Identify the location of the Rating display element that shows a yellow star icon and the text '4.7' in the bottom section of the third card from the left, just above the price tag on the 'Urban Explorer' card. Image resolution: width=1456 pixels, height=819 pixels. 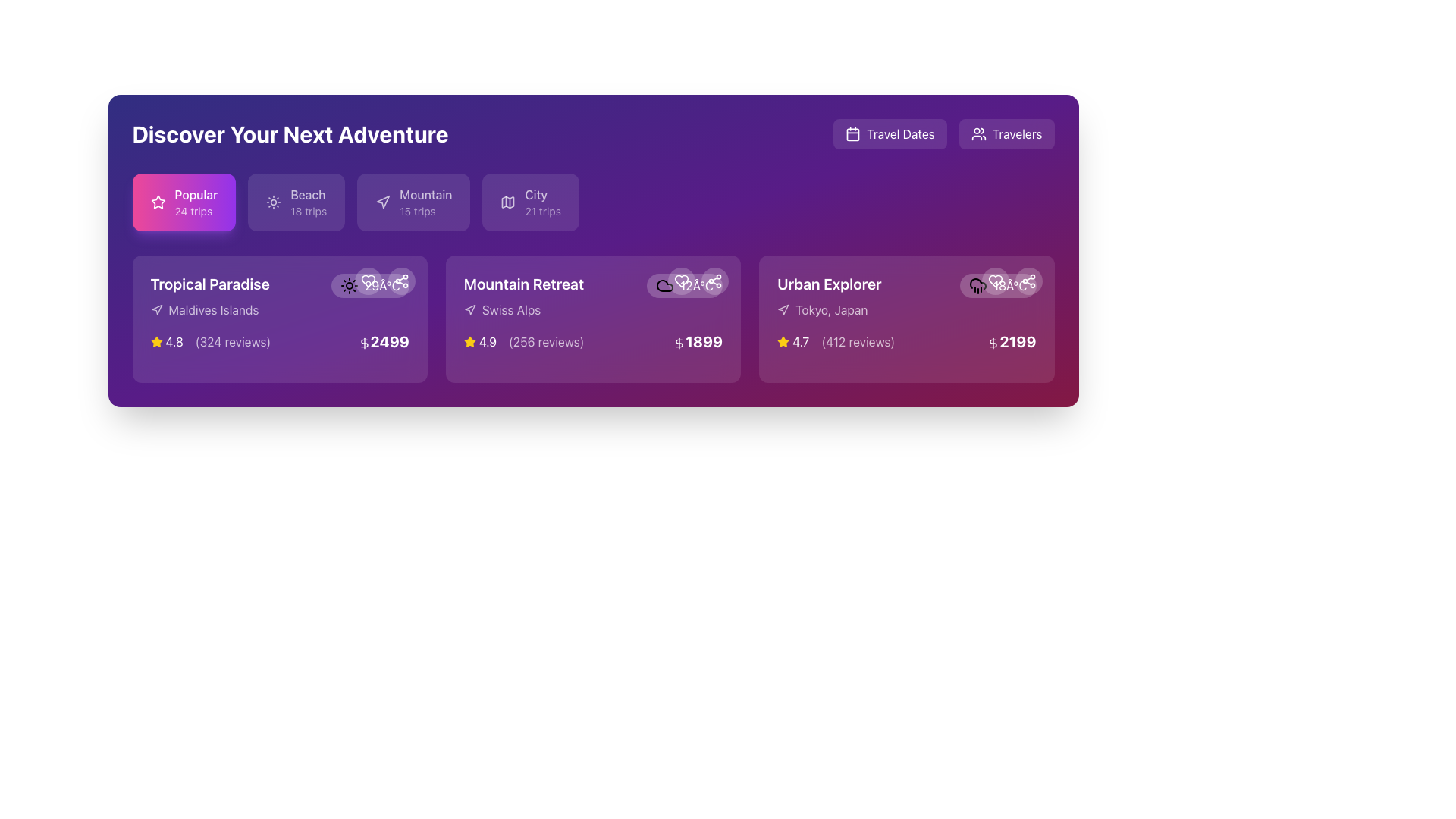
(835, 342).